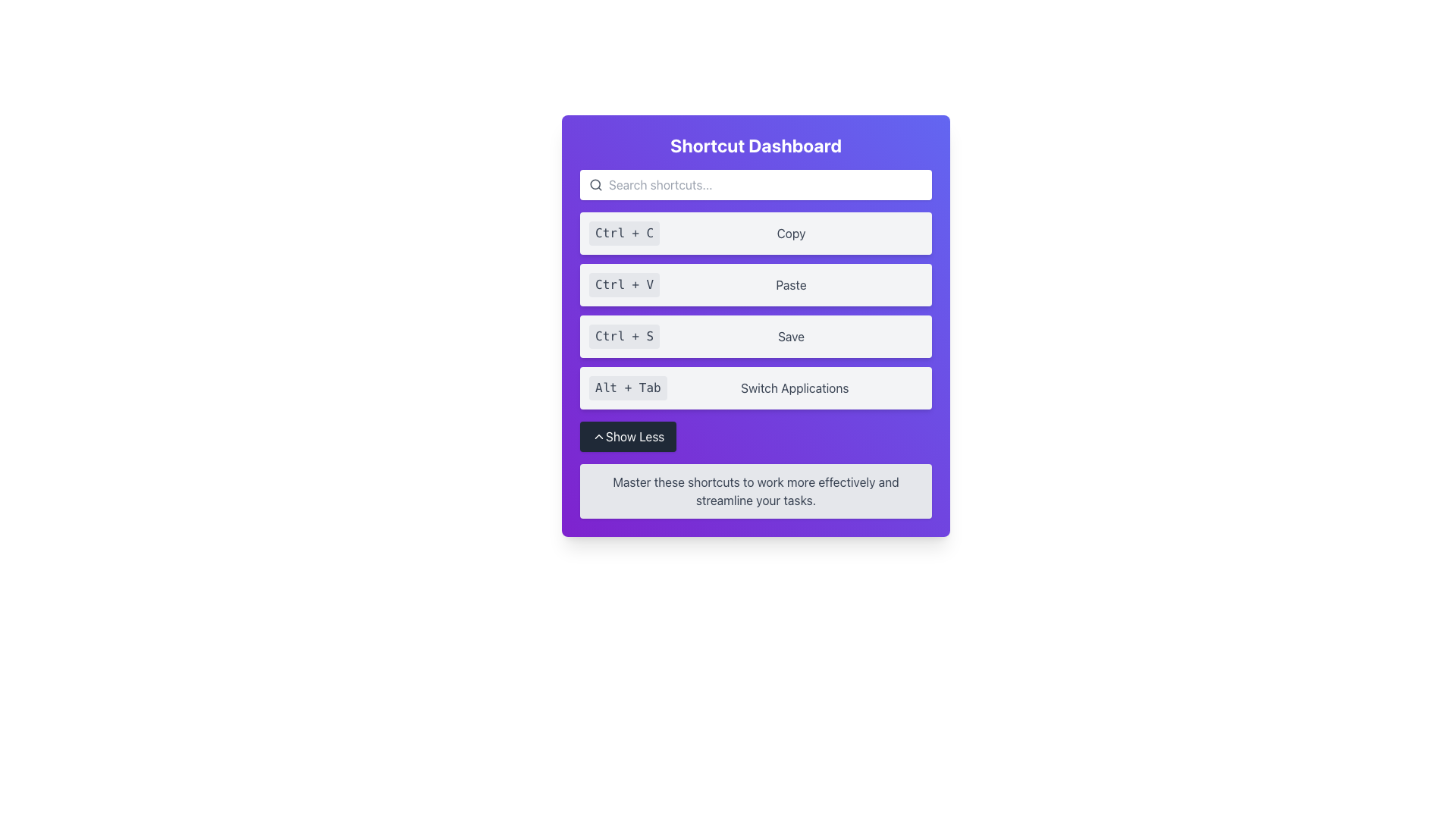 Image resolution: width=1456 pixels, height=819 pixels. I want to click on hollow circular SVG element located within the search icon of the Shortcut Dashboard interface, which is part of the search bar at the top and positioned to the left of the search input field, so click(595, 184).